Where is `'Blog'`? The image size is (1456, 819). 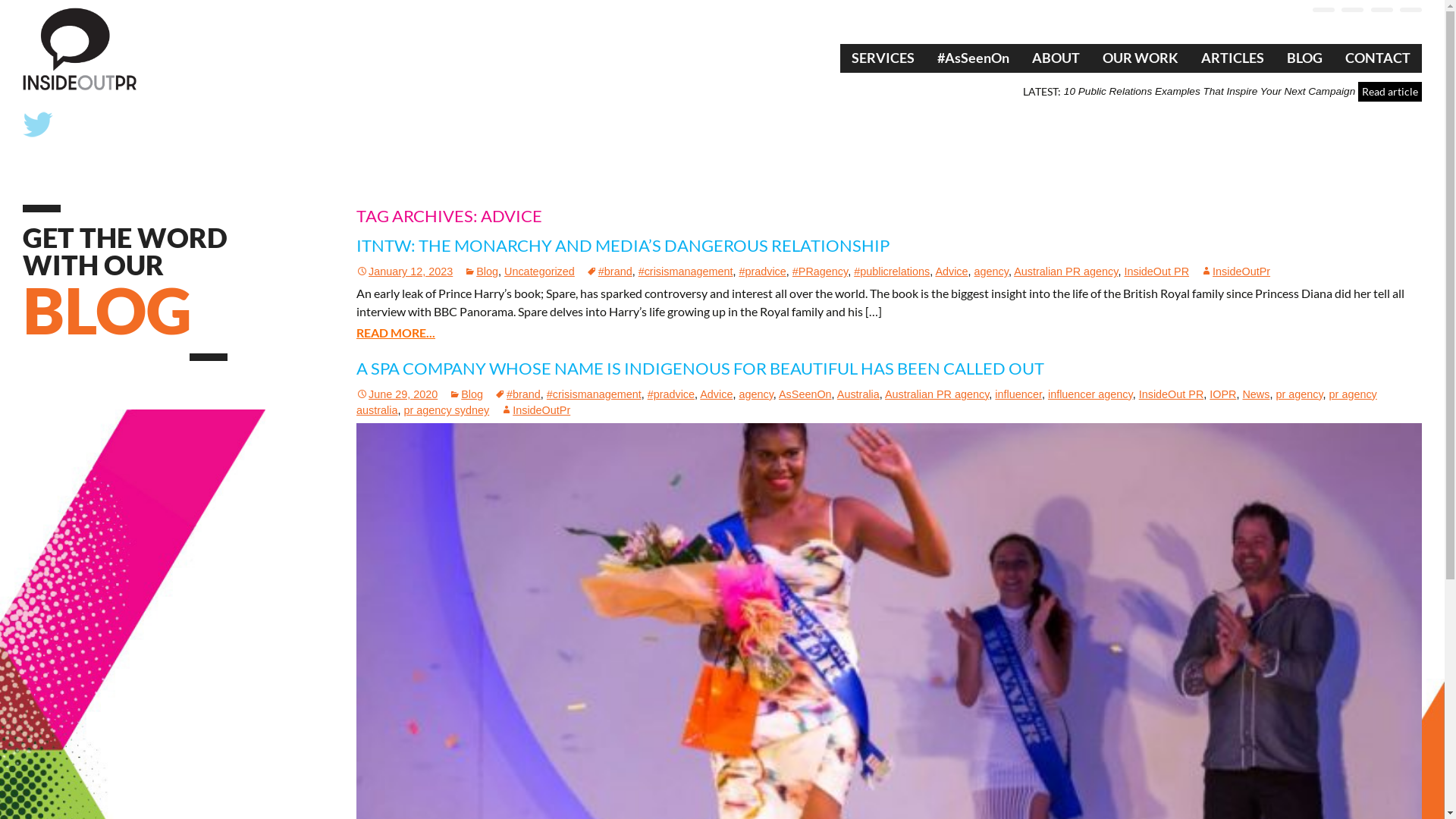
'Blog' is located at coordinates (480, 271).